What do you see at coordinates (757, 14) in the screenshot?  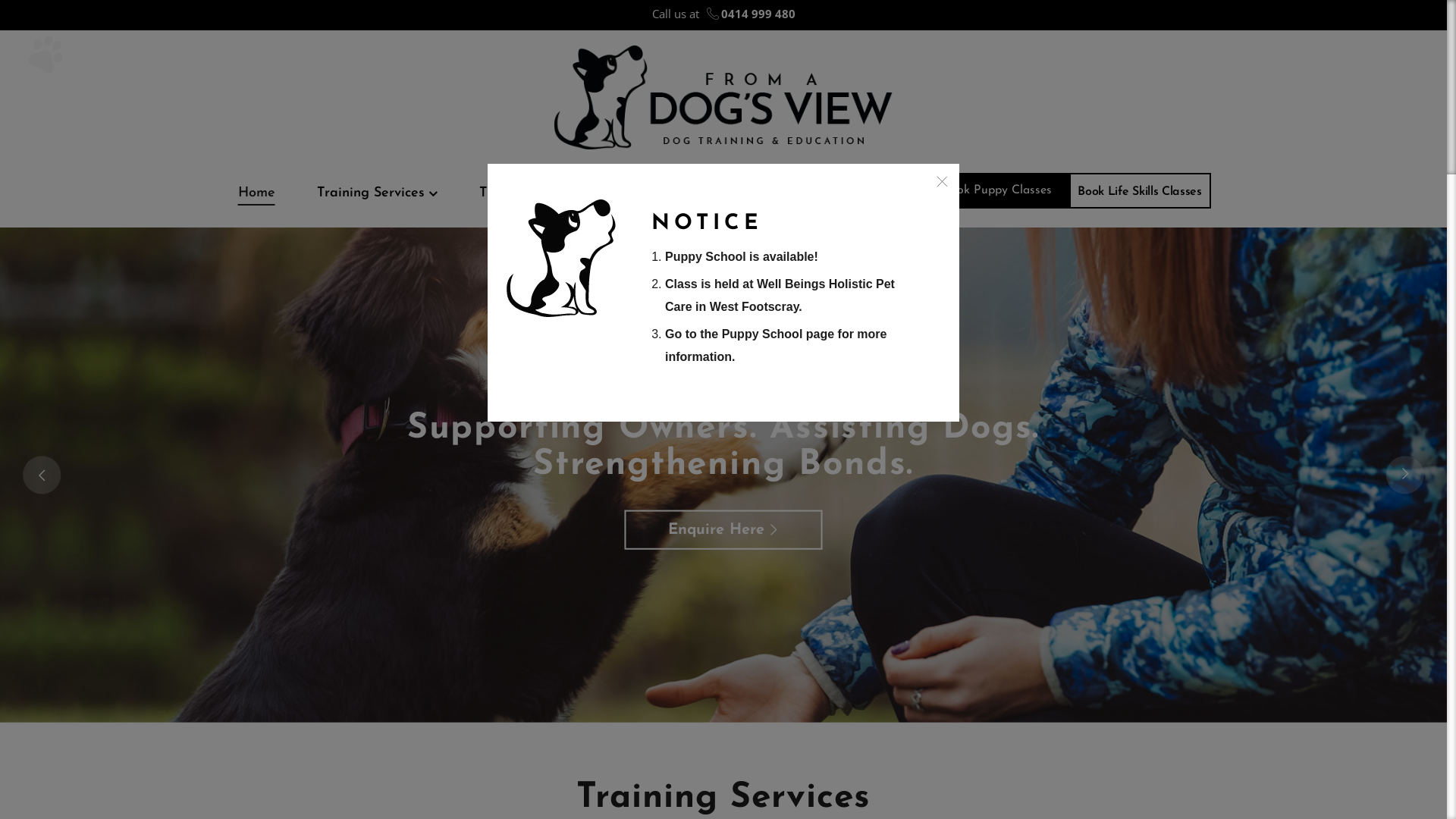 I see `'0414 999 480'` at bounding box center [757, 14].